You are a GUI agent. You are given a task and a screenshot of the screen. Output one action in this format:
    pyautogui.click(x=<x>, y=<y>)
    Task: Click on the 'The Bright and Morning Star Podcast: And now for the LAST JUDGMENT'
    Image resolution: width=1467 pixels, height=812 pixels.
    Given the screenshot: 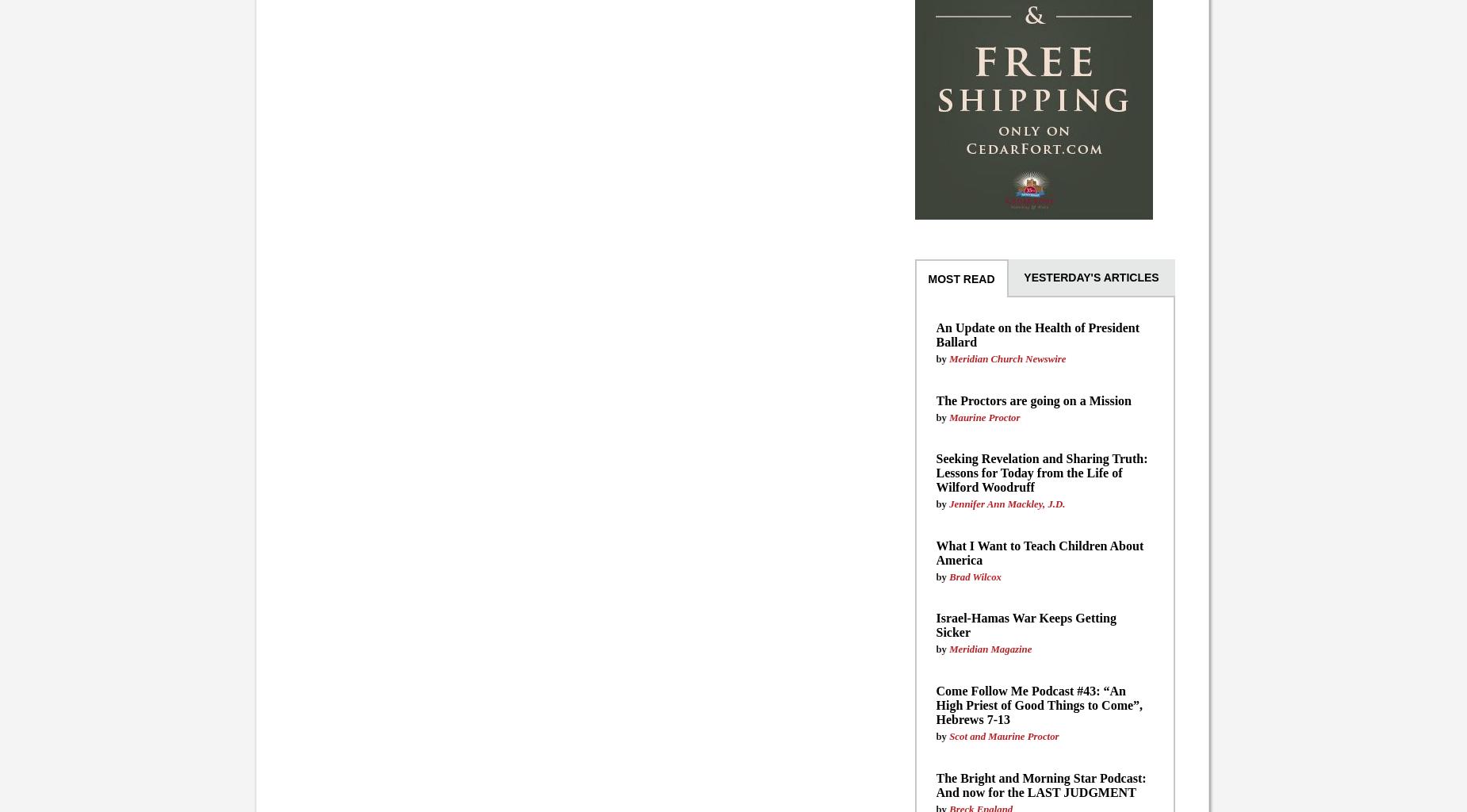 What is the action you would take?
    pyautogui.click(x=934, y=783)
    